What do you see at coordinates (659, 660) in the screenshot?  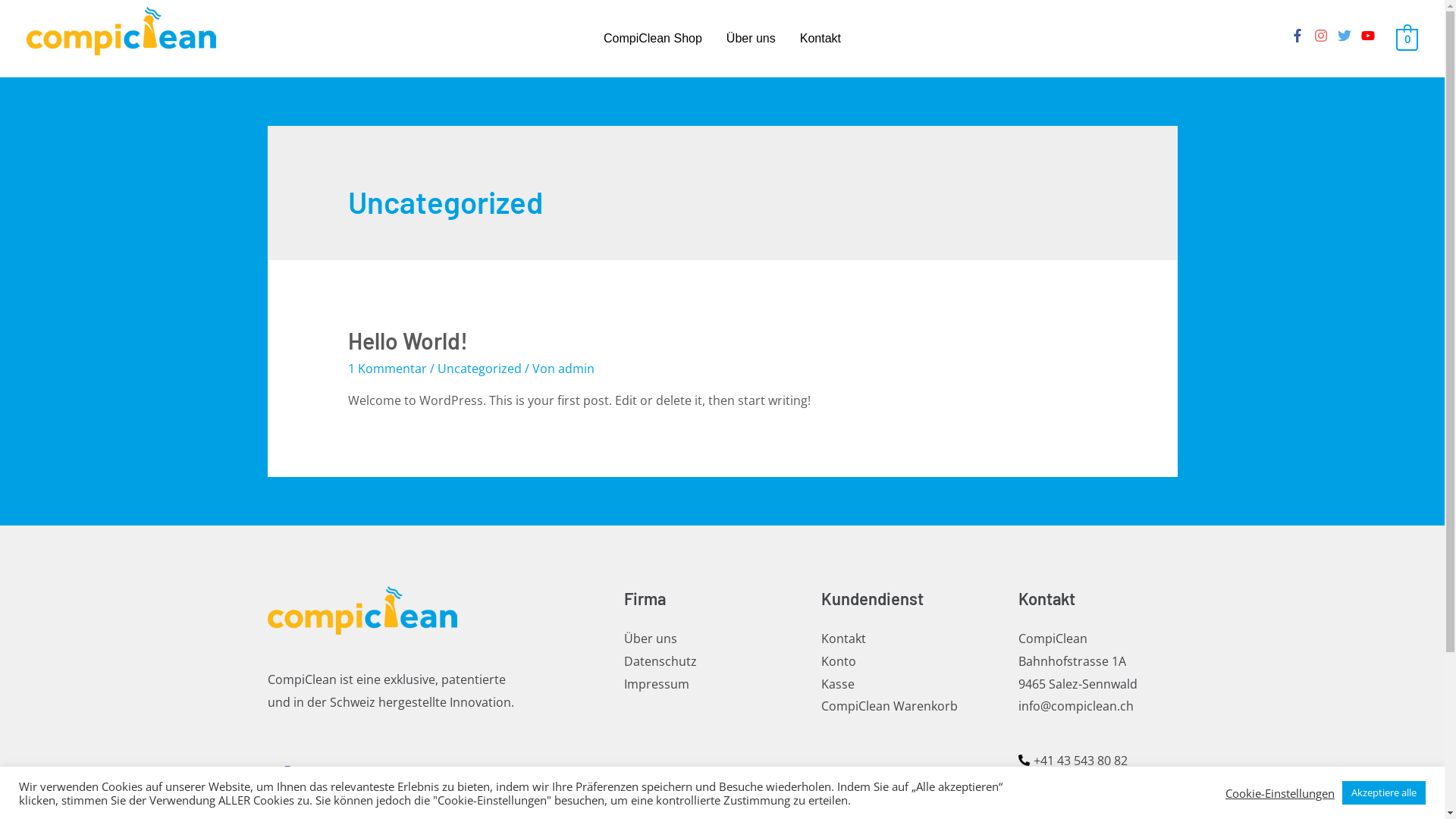 I see `'Datenschutz'` at bounding box center [659, 660].